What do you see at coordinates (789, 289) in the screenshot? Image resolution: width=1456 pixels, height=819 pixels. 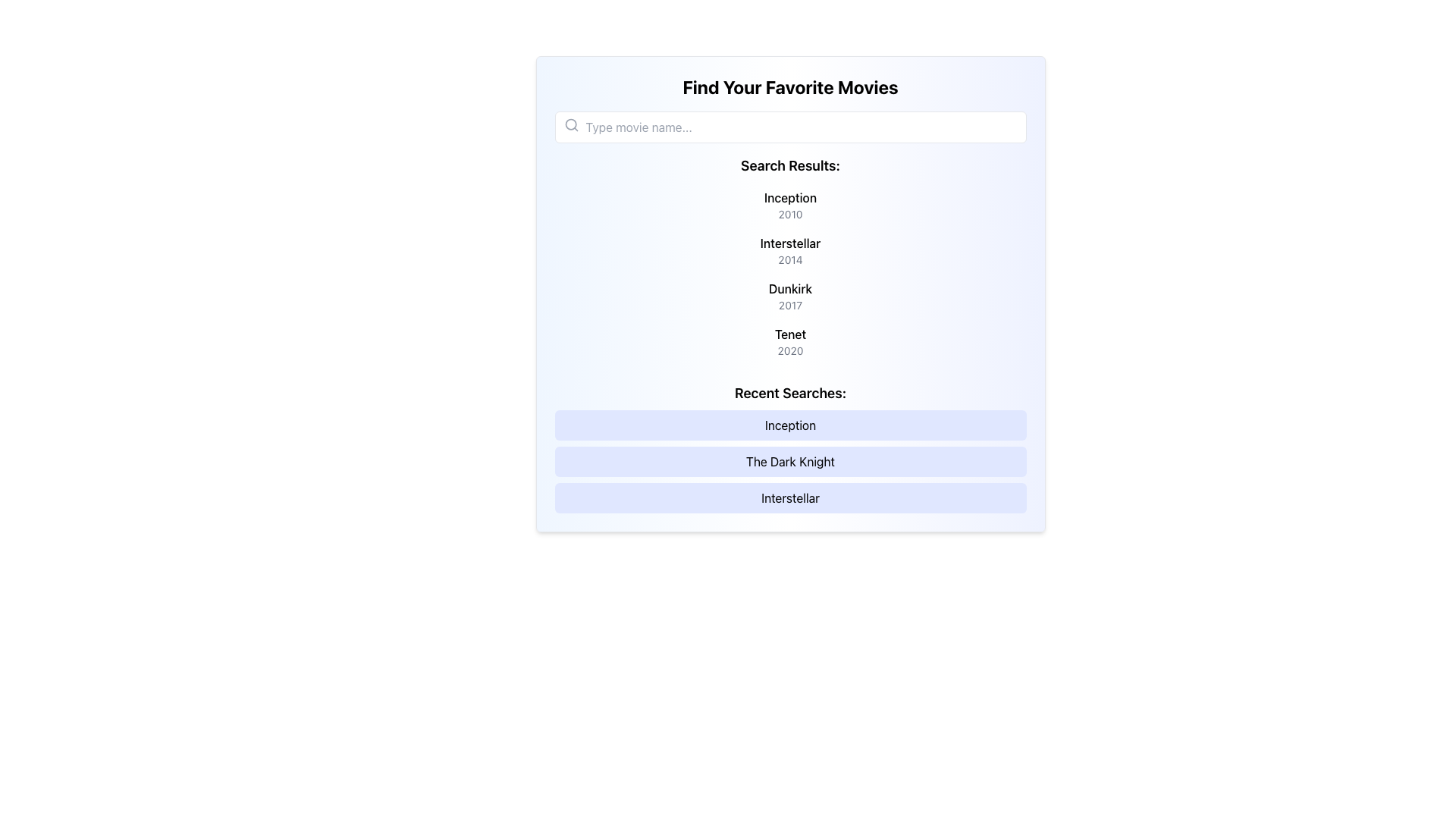 I see `the text label displaying 'Dunkirk' in the search results list` at bounding box center [789, 289].